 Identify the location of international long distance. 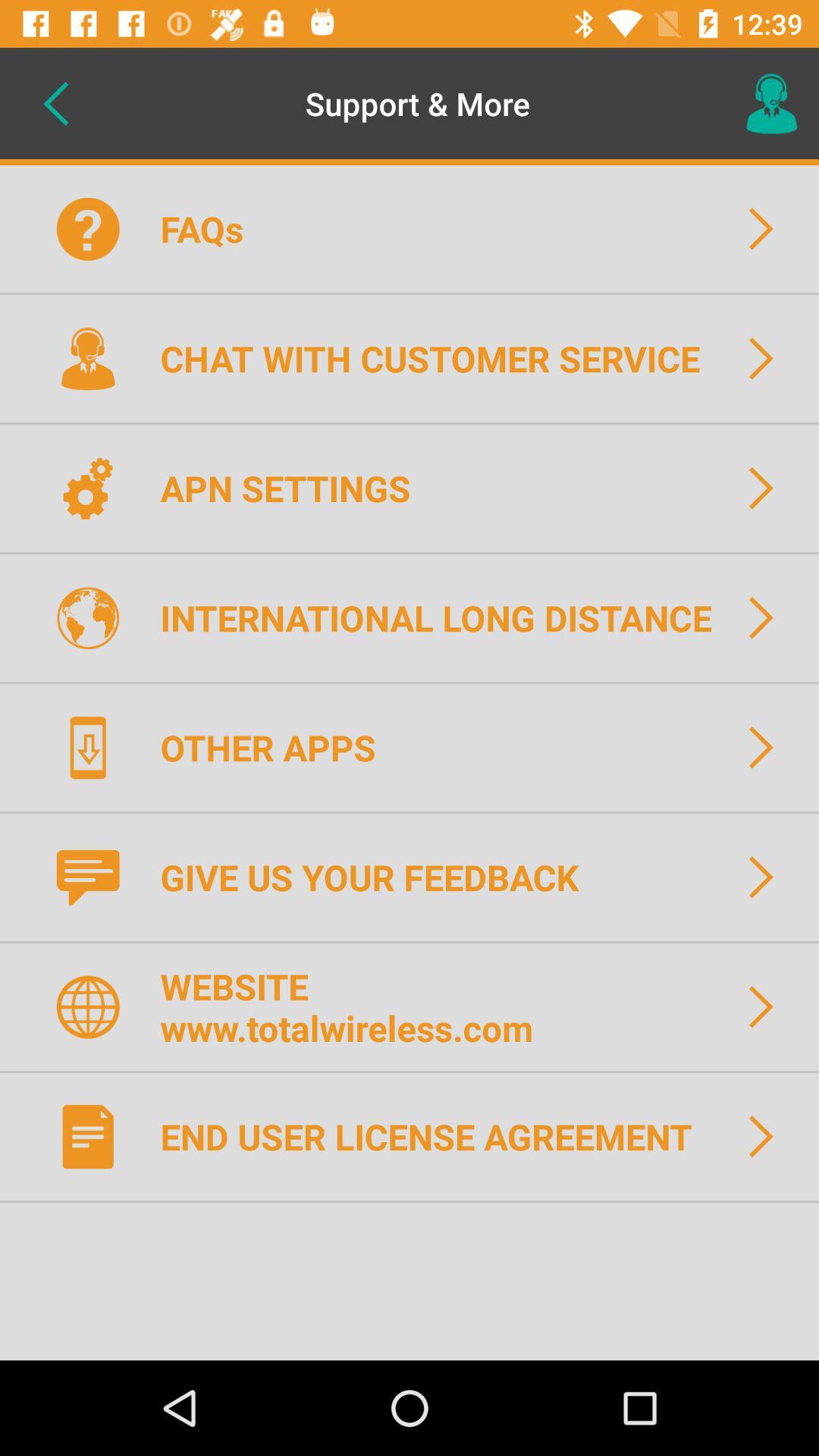
(445, 617).